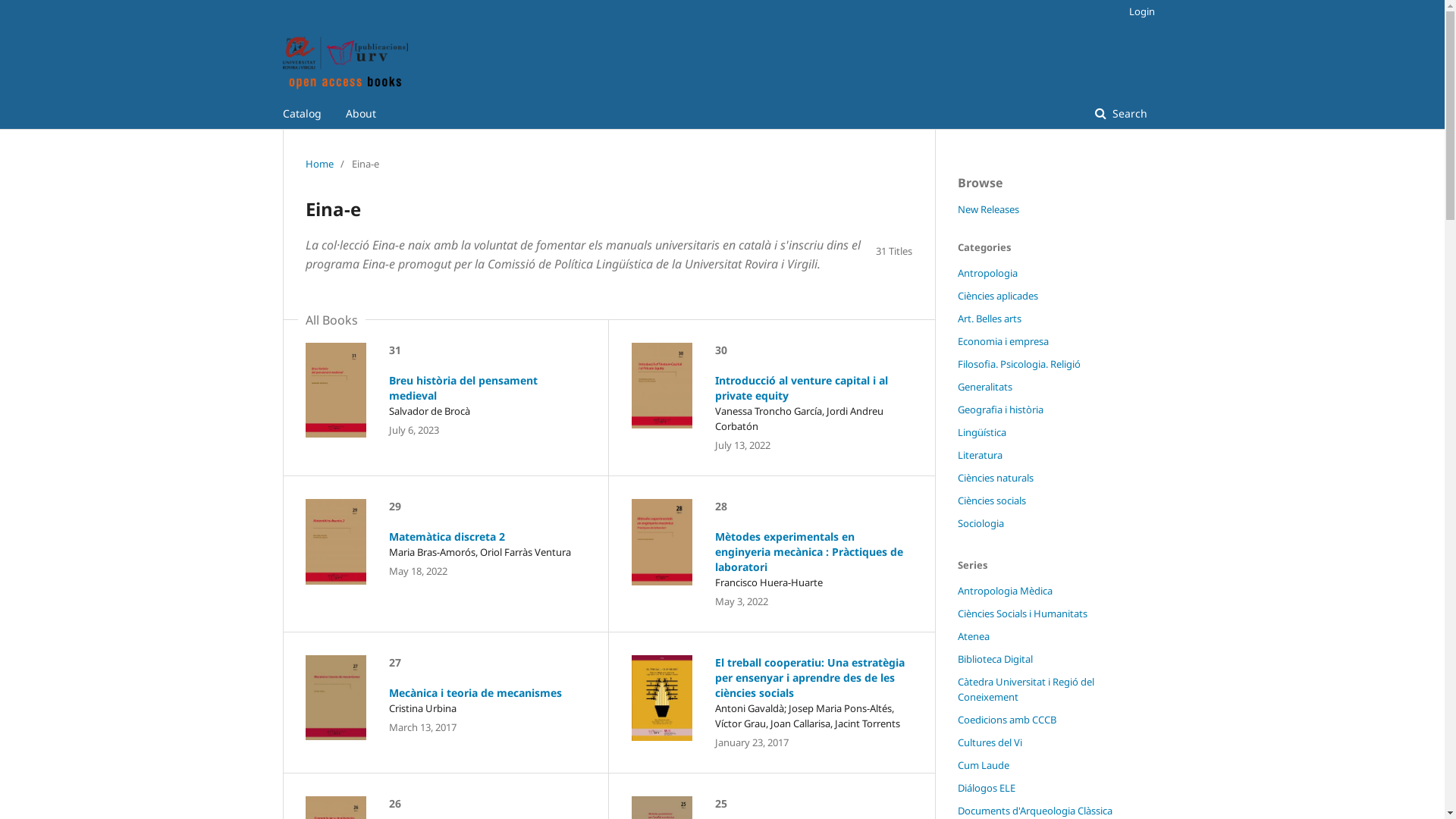  I want to click on 'Atenea', so click(972, 636).